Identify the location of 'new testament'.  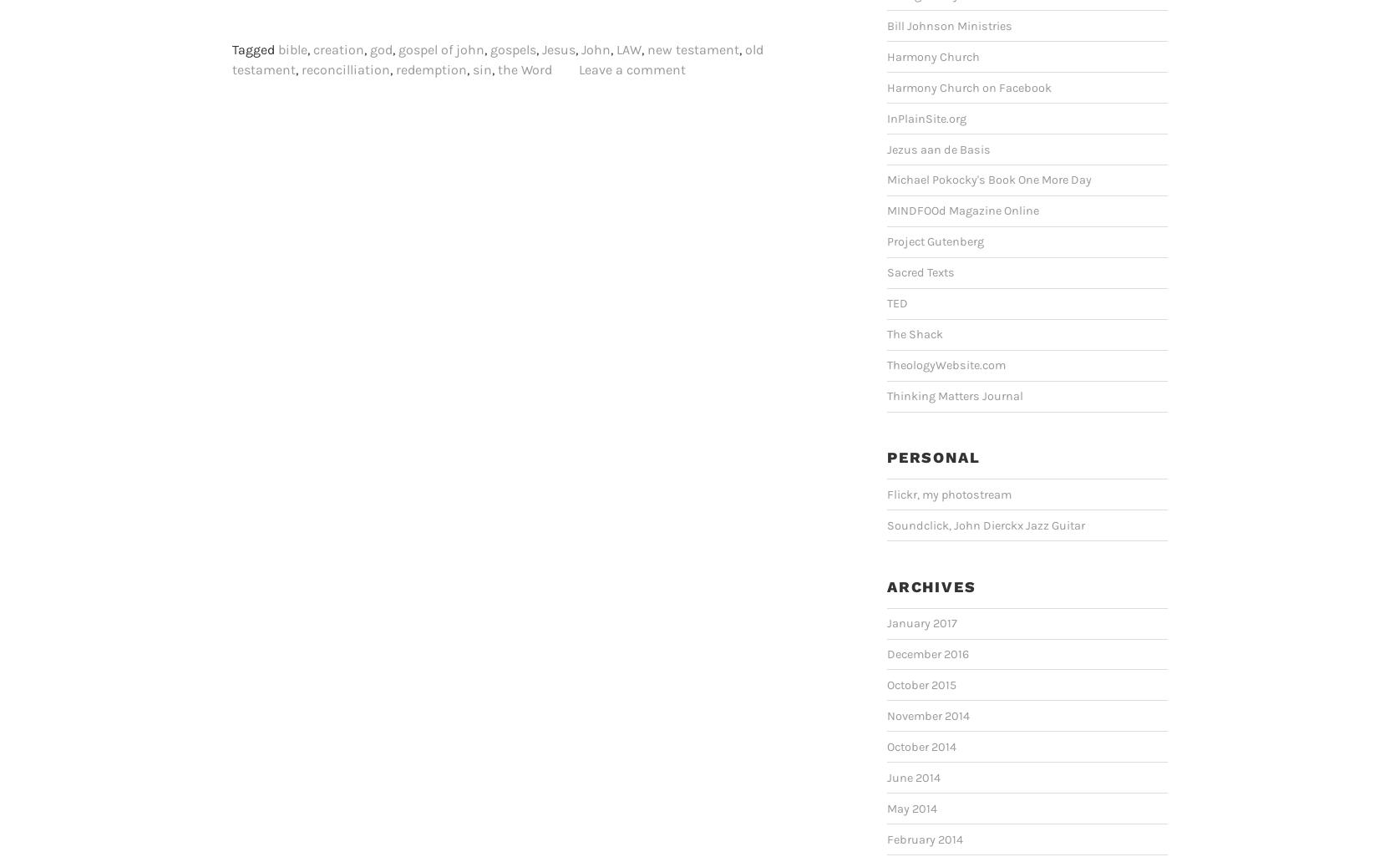
(692, 48).